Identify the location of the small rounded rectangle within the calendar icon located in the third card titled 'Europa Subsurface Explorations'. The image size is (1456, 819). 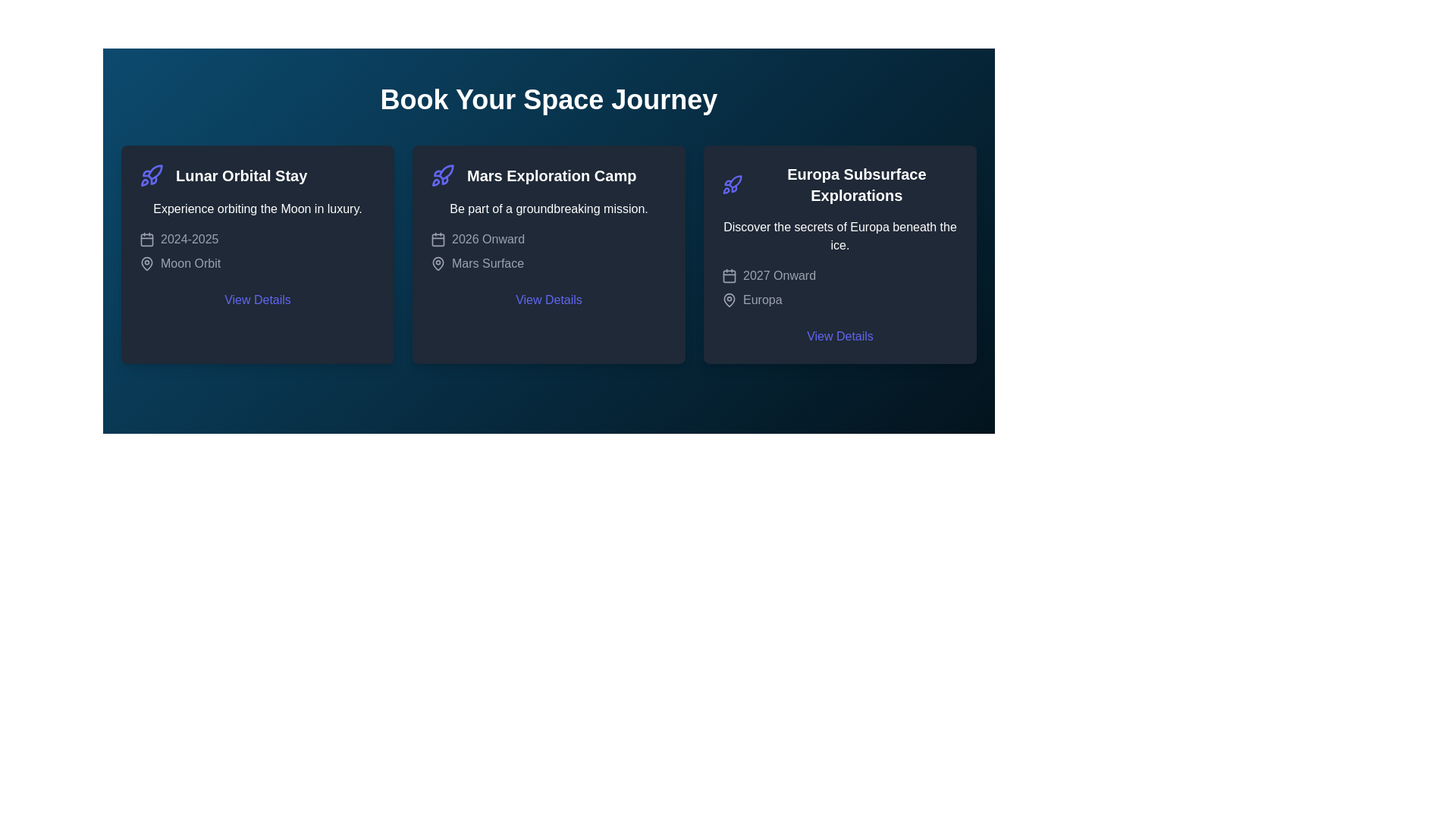
(729, 275).